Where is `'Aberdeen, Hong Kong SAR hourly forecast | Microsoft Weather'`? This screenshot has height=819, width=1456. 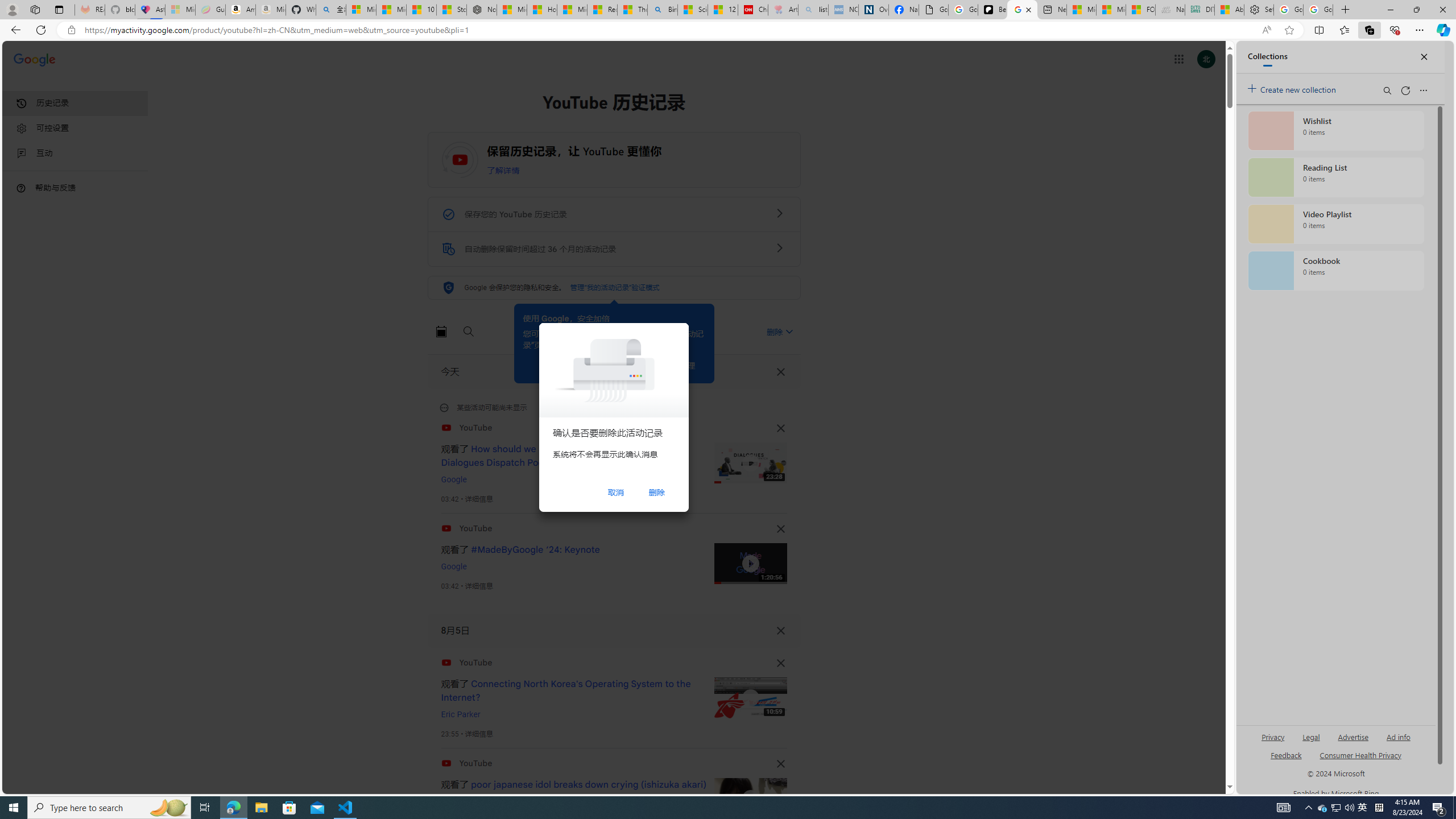
'Aberdeen, Hong Kong SAR hourly forecast | Microsoft Weather' is located at coordinates (1228, 9).